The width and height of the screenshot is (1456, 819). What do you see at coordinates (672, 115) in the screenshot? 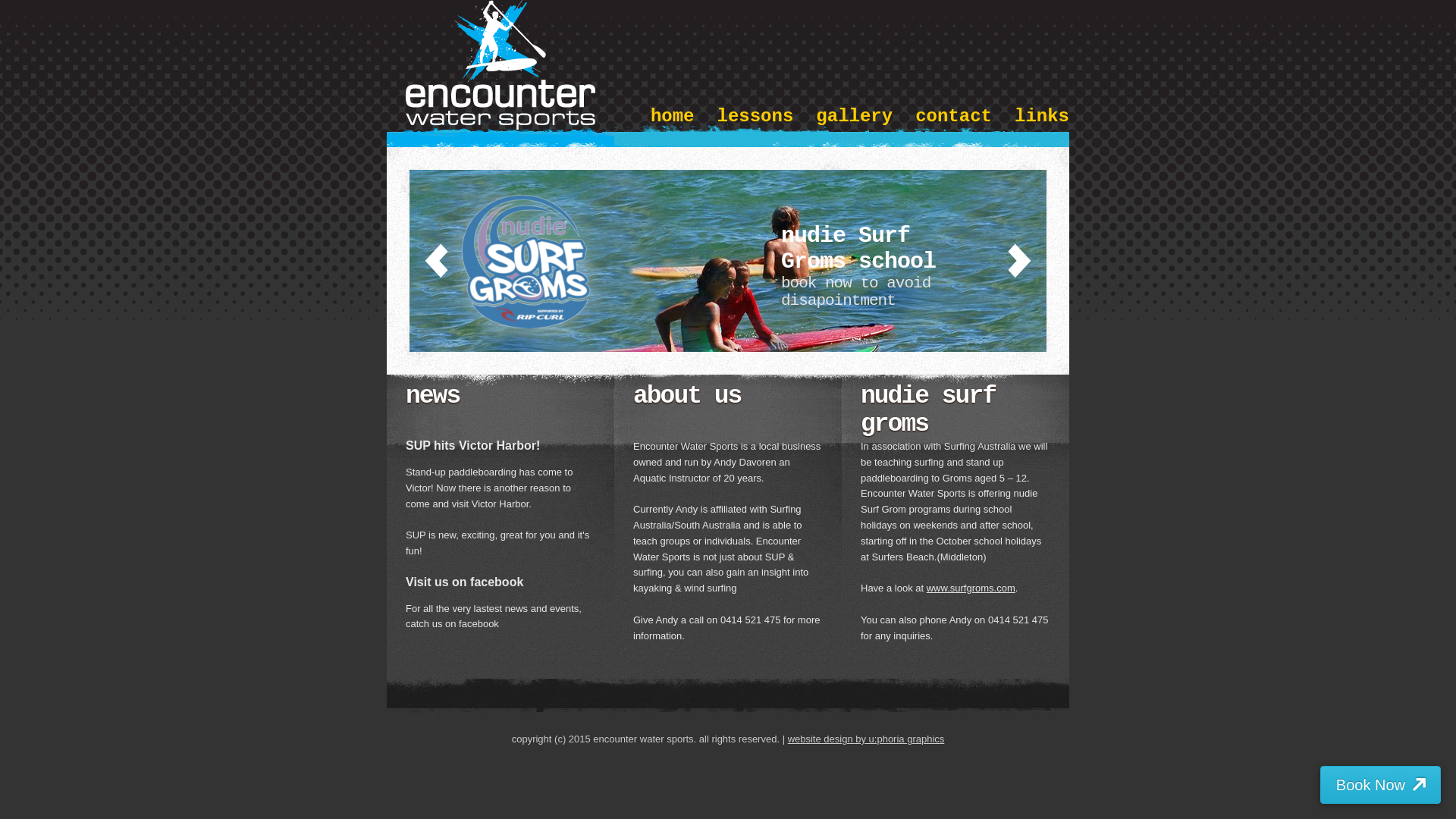
I see `'home'` at bounding box center [672, 115].